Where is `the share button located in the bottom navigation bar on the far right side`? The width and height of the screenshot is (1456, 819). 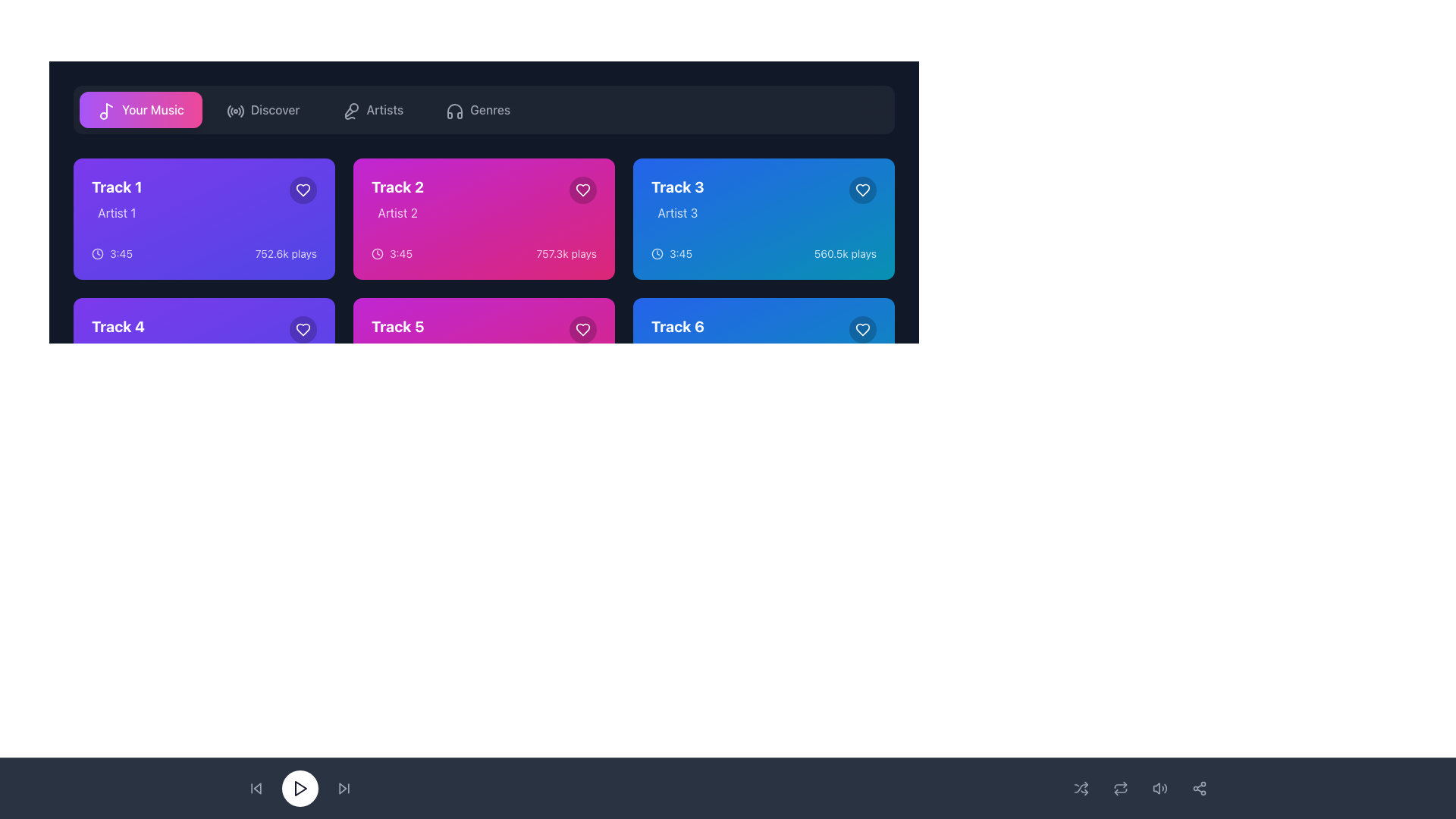
the share button located in the bottom navigation bar on the far right side is located at coordinates (1199, 788).